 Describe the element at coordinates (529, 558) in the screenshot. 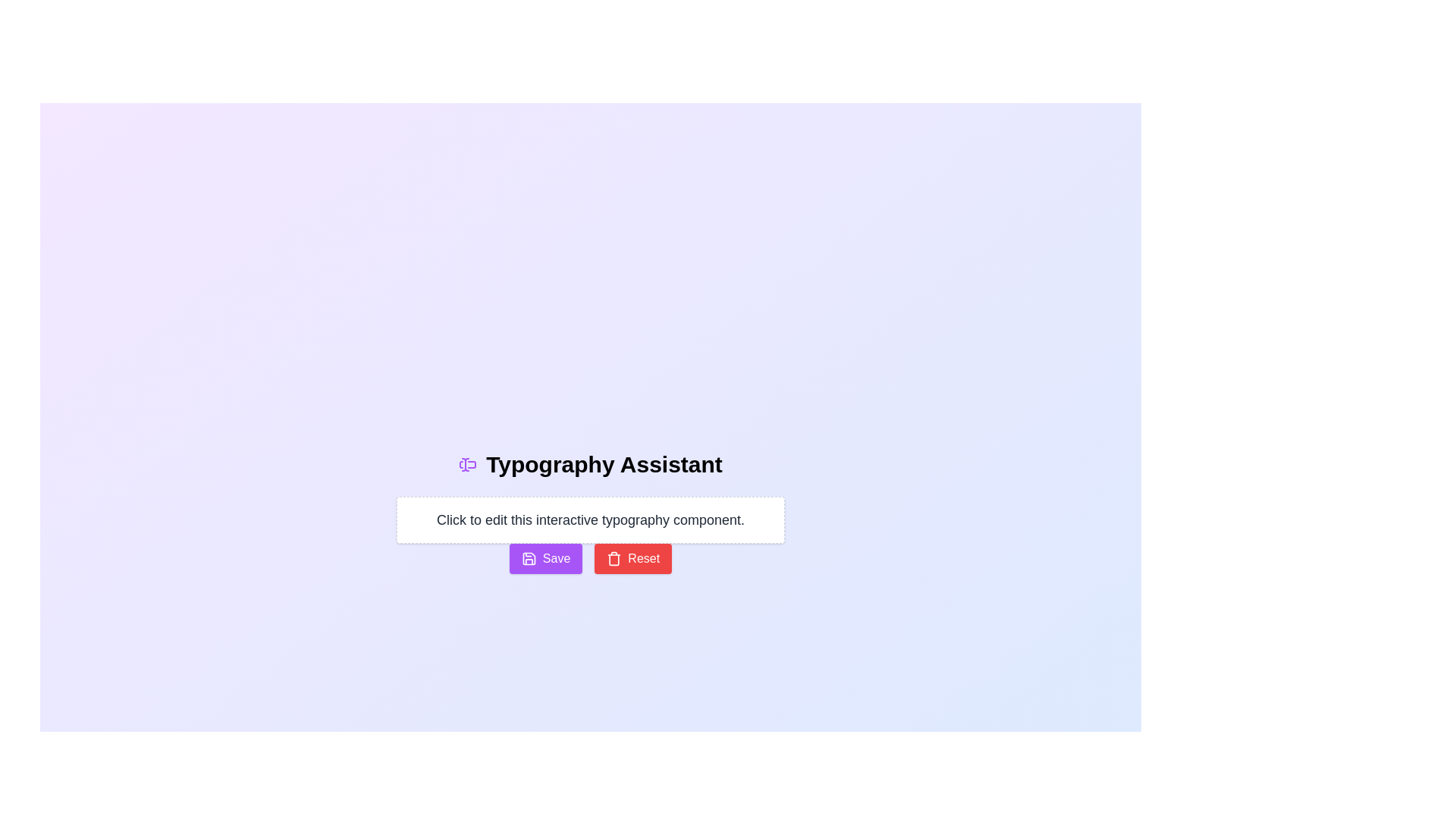

I see `the save icon located within the 'Save' button, which is positioned beneath the text input field` at that location.